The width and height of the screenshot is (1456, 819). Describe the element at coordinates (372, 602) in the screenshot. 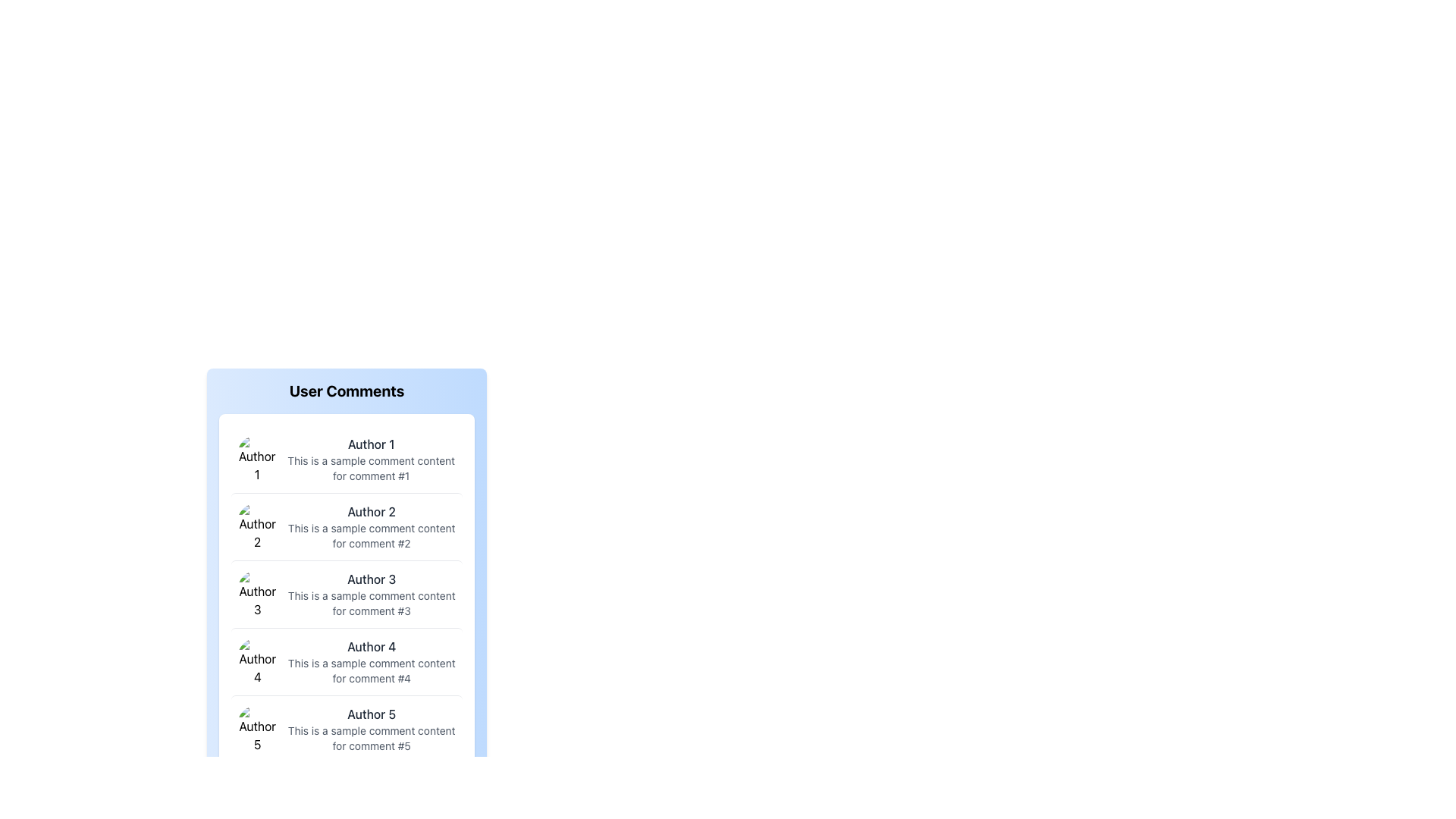

I see `the text label displaying the comment associated with 'Author 3', located under the author's name in the third comment slot` at that location.